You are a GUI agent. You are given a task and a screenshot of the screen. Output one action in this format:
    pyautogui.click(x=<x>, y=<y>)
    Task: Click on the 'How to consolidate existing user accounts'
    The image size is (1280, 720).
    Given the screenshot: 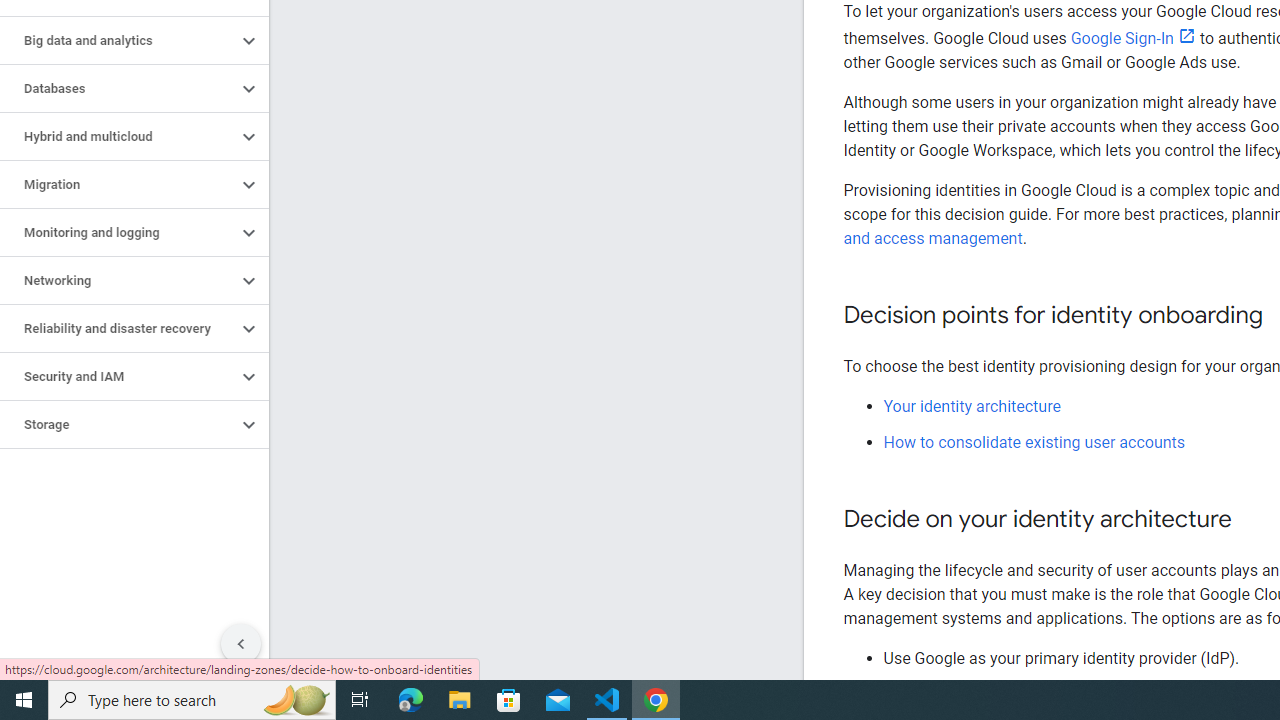 What is the action you would take?
    pyautogui.click(x=1034, y=441)
    